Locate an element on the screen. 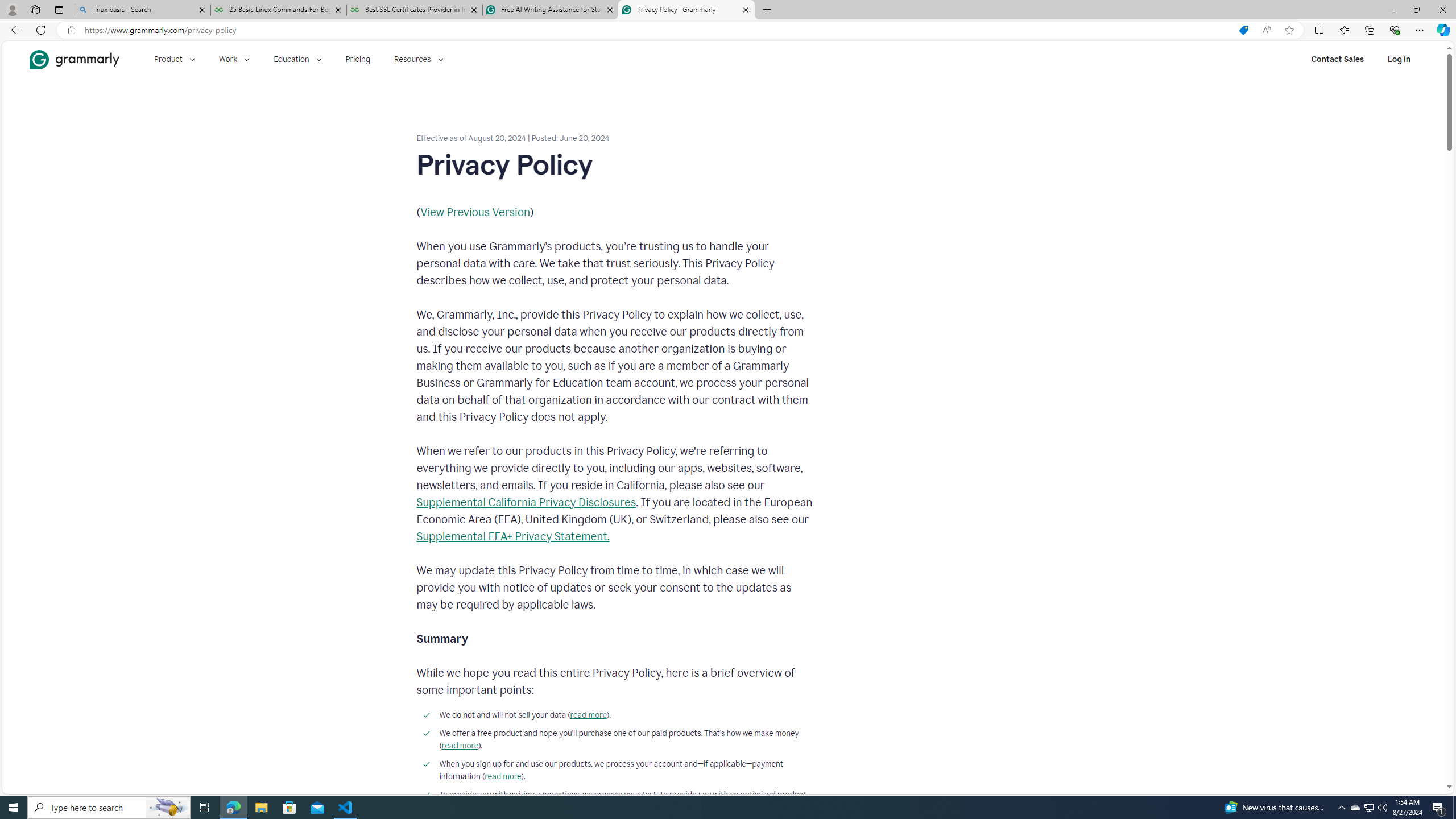  'Resources' is located at coordinates (419, 59).